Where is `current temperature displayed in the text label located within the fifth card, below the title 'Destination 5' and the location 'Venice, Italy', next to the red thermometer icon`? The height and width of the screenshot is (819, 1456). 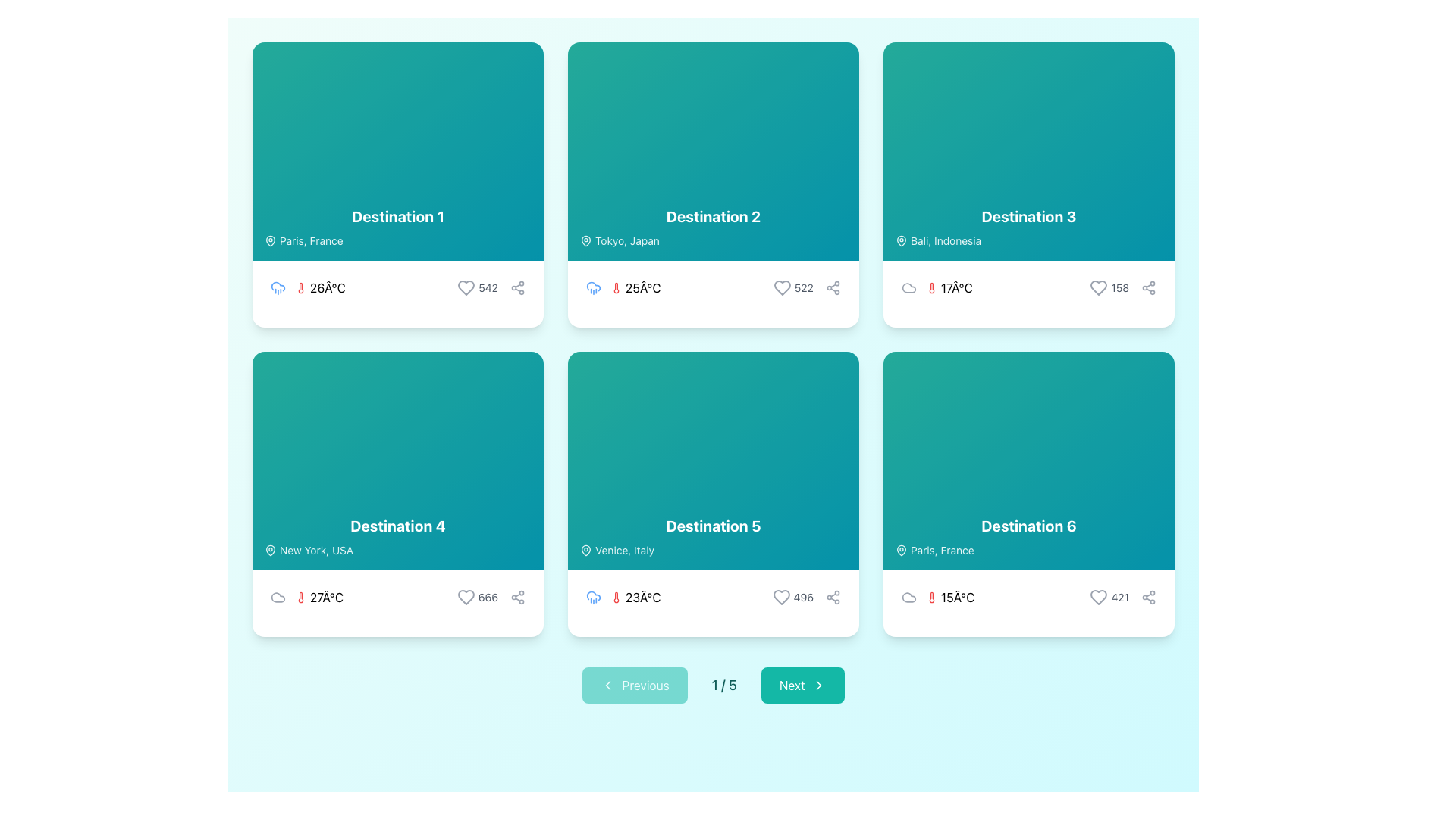 current temperature displayed in the text label located within the fifth card, below the title 'Destination 5' and the location 'Venice, Italy', next to the red thermometer icon is located at coordinates (643, 596).